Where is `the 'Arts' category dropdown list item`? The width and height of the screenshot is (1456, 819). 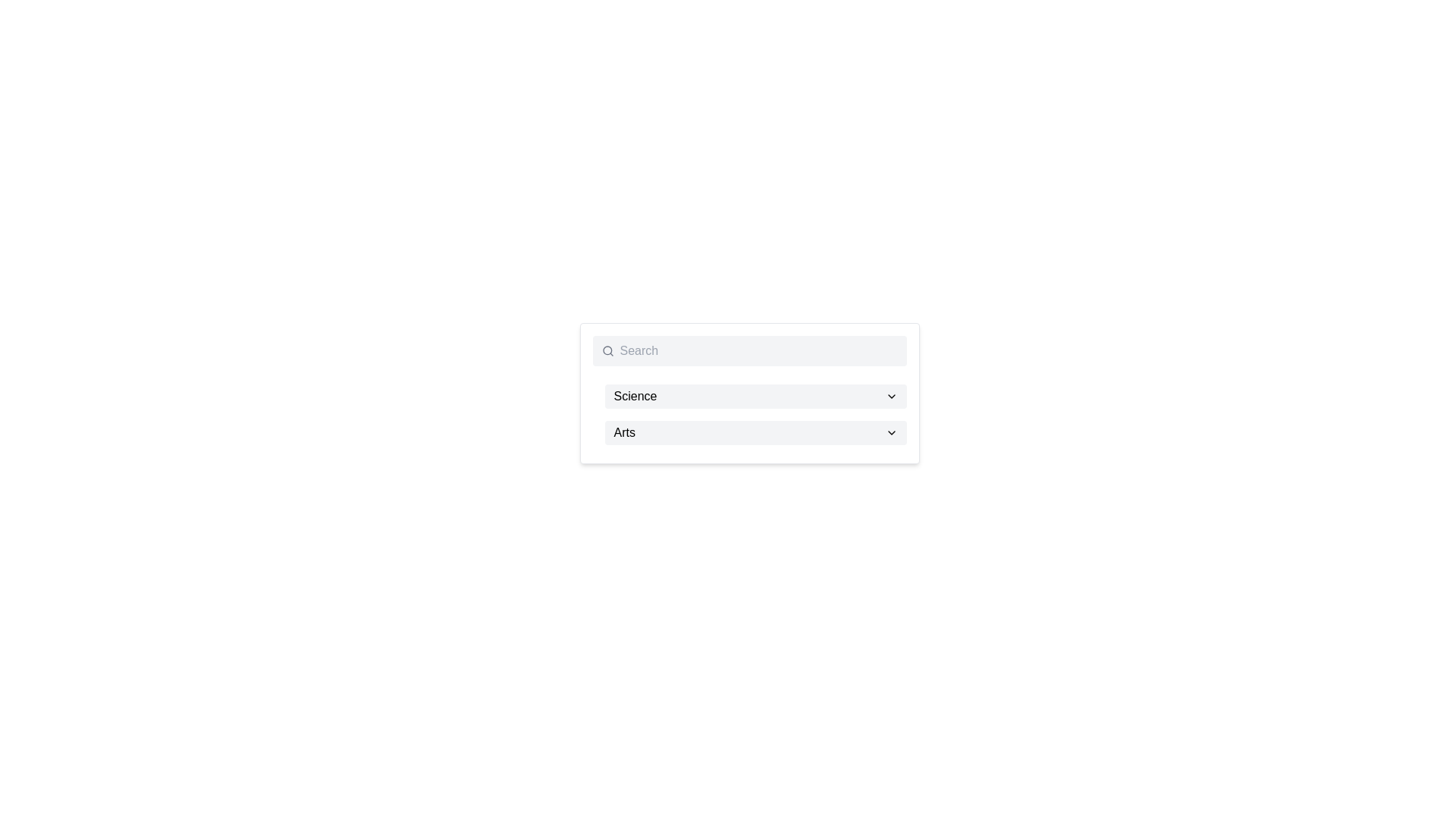 the 'Arts' category dropdown list item is located at coordinates (755, 432).